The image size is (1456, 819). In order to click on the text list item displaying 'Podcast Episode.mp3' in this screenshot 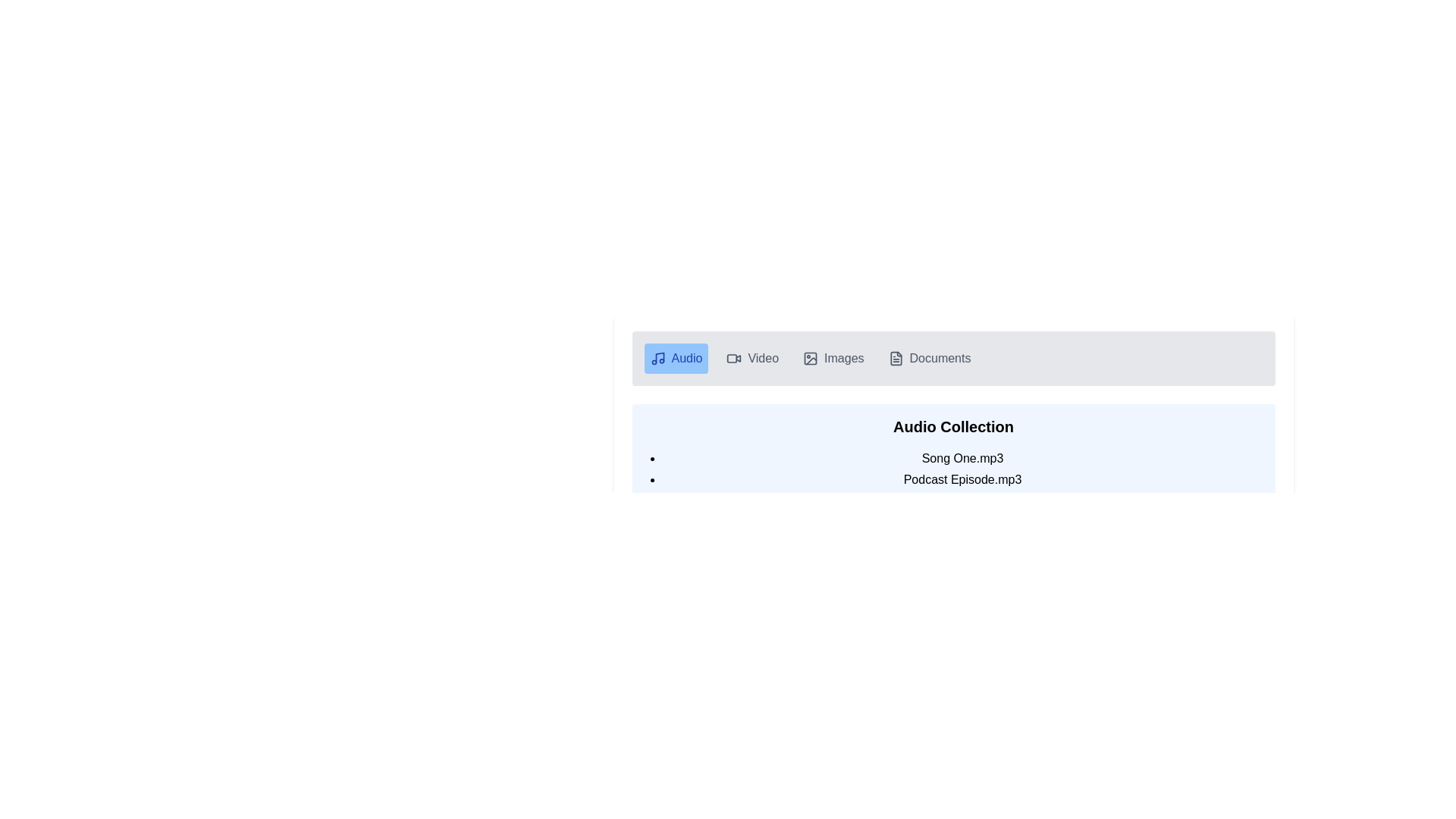, I will do `click(962, 479)`.